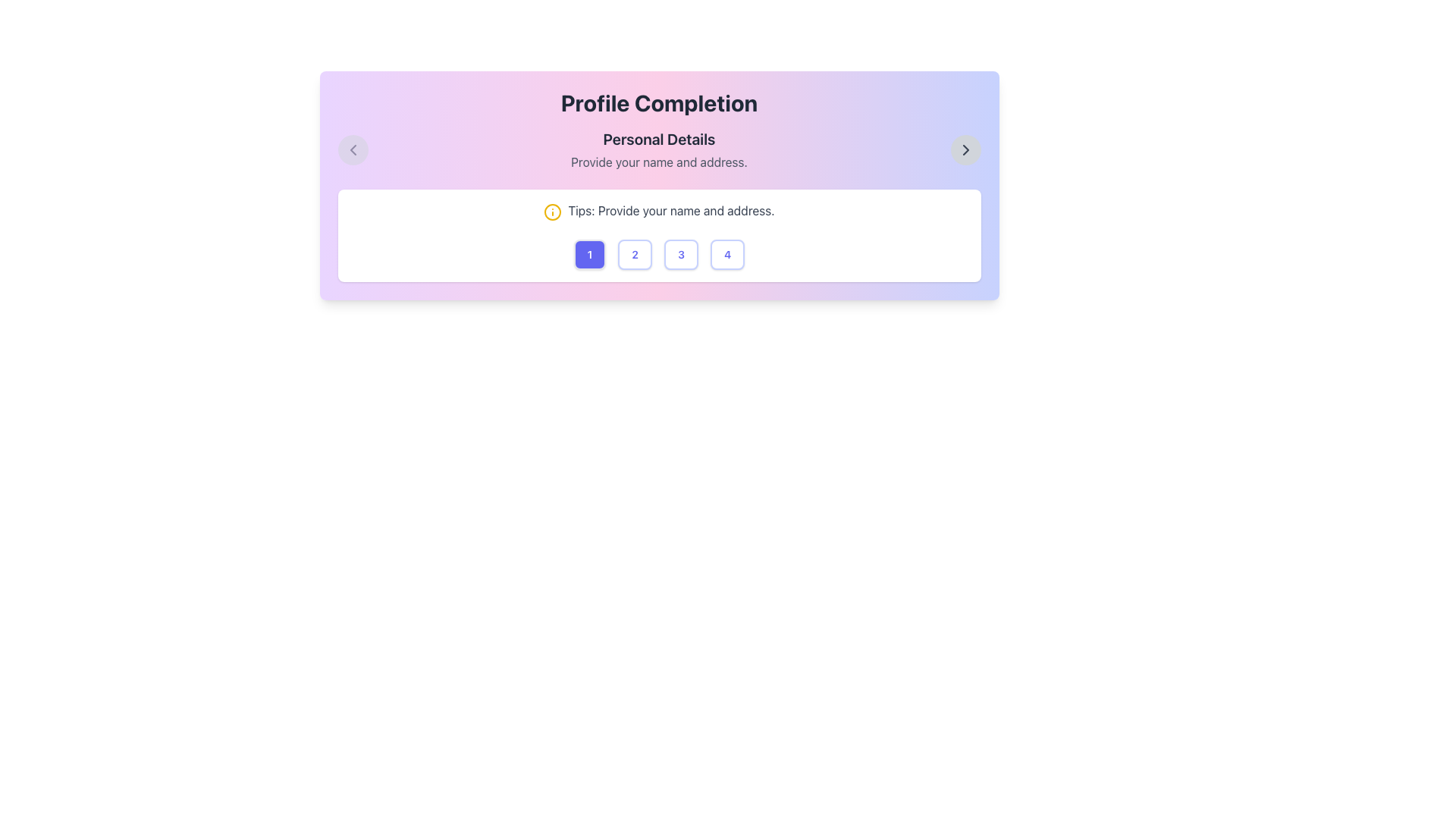 The width and height of the screenshot is (1456, 819). Describe the element at coordinates (726, 253) in the screenshot. I see `the fourth button in a group of buttons` at that location.